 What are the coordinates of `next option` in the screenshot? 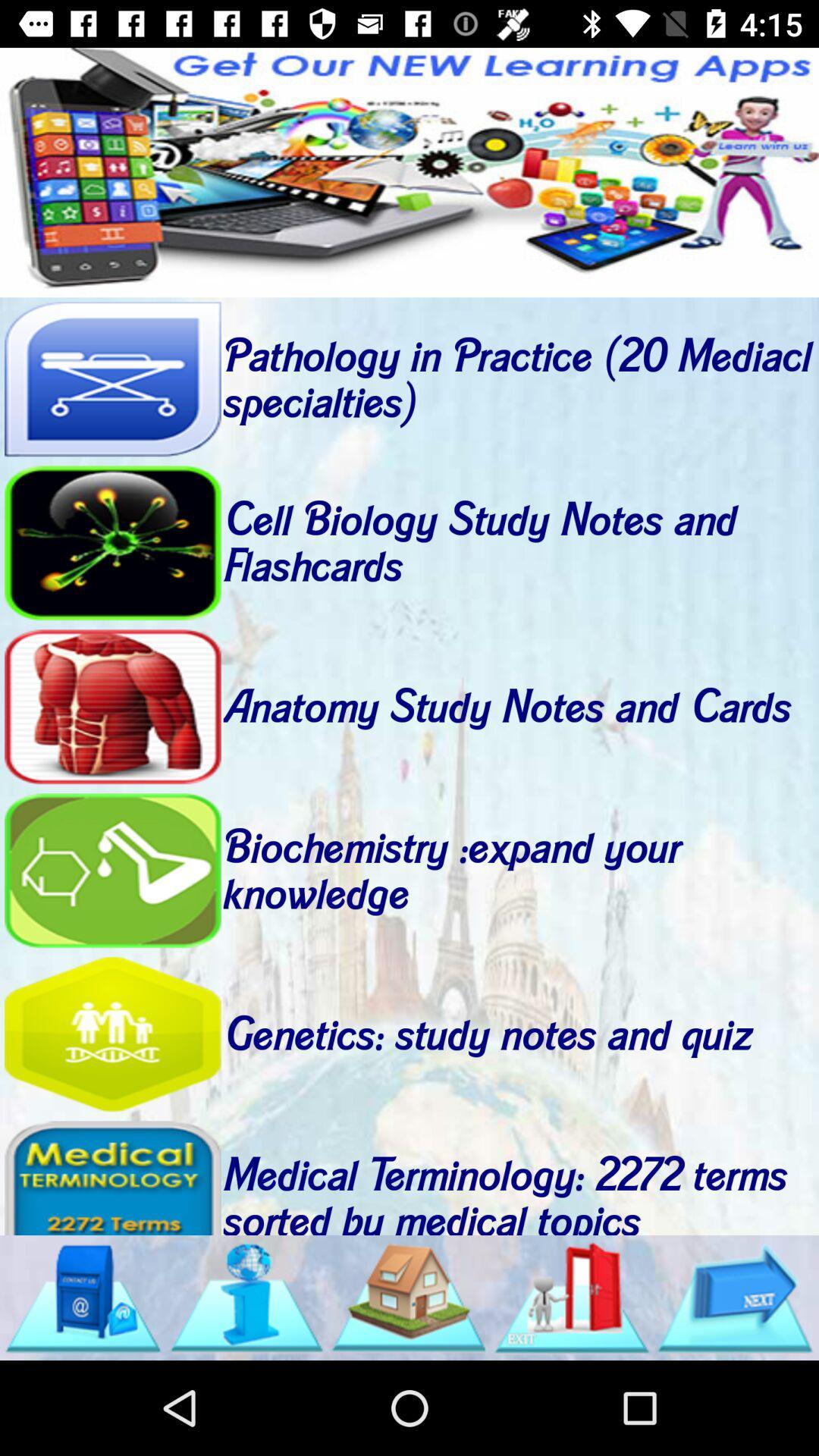 It's located at (734, 1297).